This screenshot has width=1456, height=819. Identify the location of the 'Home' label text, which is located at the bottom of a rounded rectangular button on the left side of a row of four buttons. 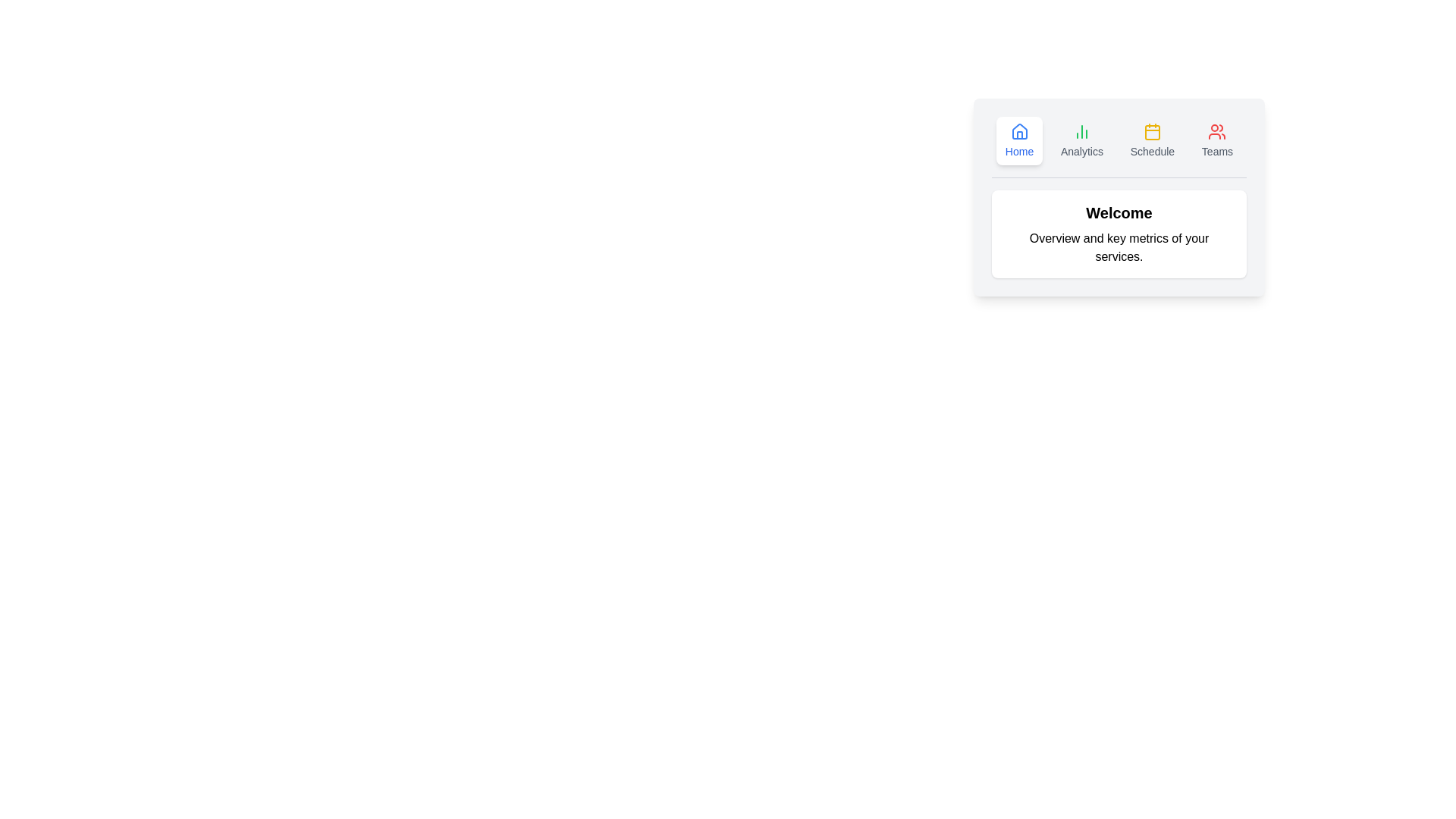
(1019, 152).